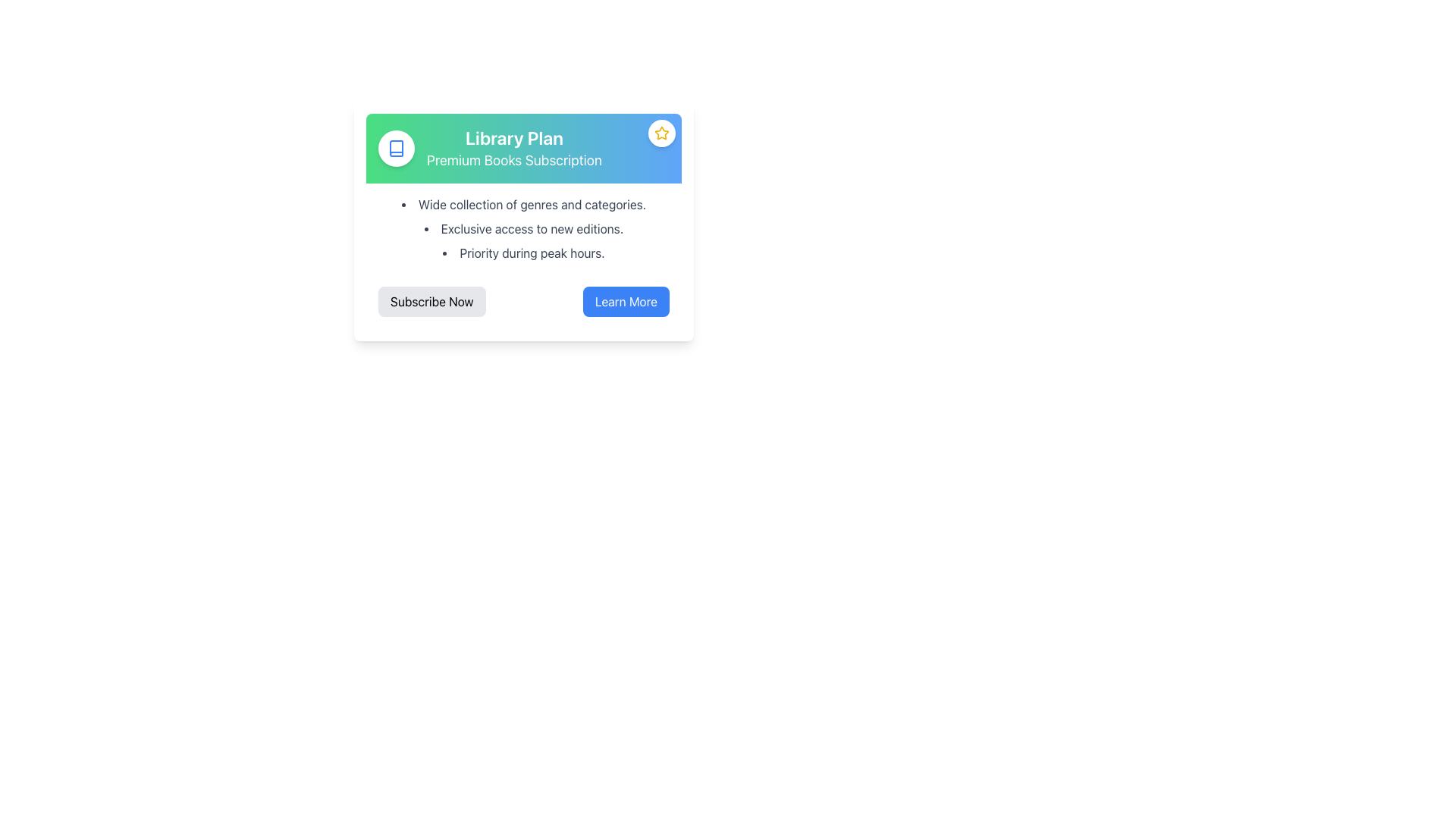 This screenshot has height=819, width=1456. Describe the element at coordinates (524, 228) in the screenshot. I see `bulleted text item that states 'Exclusive access to new editions.' located in a vertical list between 'Wide collection of genres and categories.' and 'Priority during peak hours.'` at that location.